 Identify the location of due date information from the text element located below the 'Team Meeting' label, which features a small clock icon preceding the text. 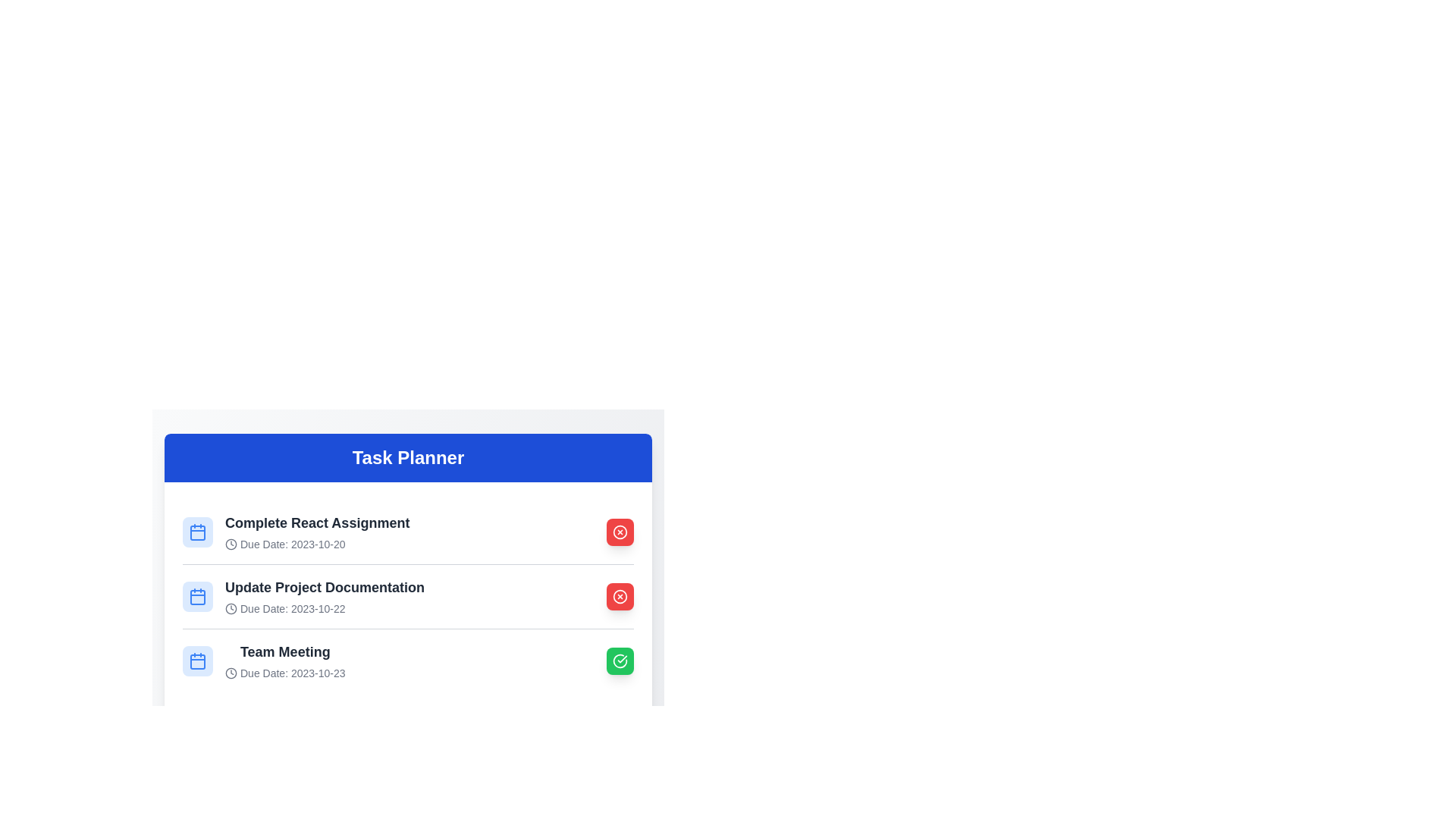
(285, 672).